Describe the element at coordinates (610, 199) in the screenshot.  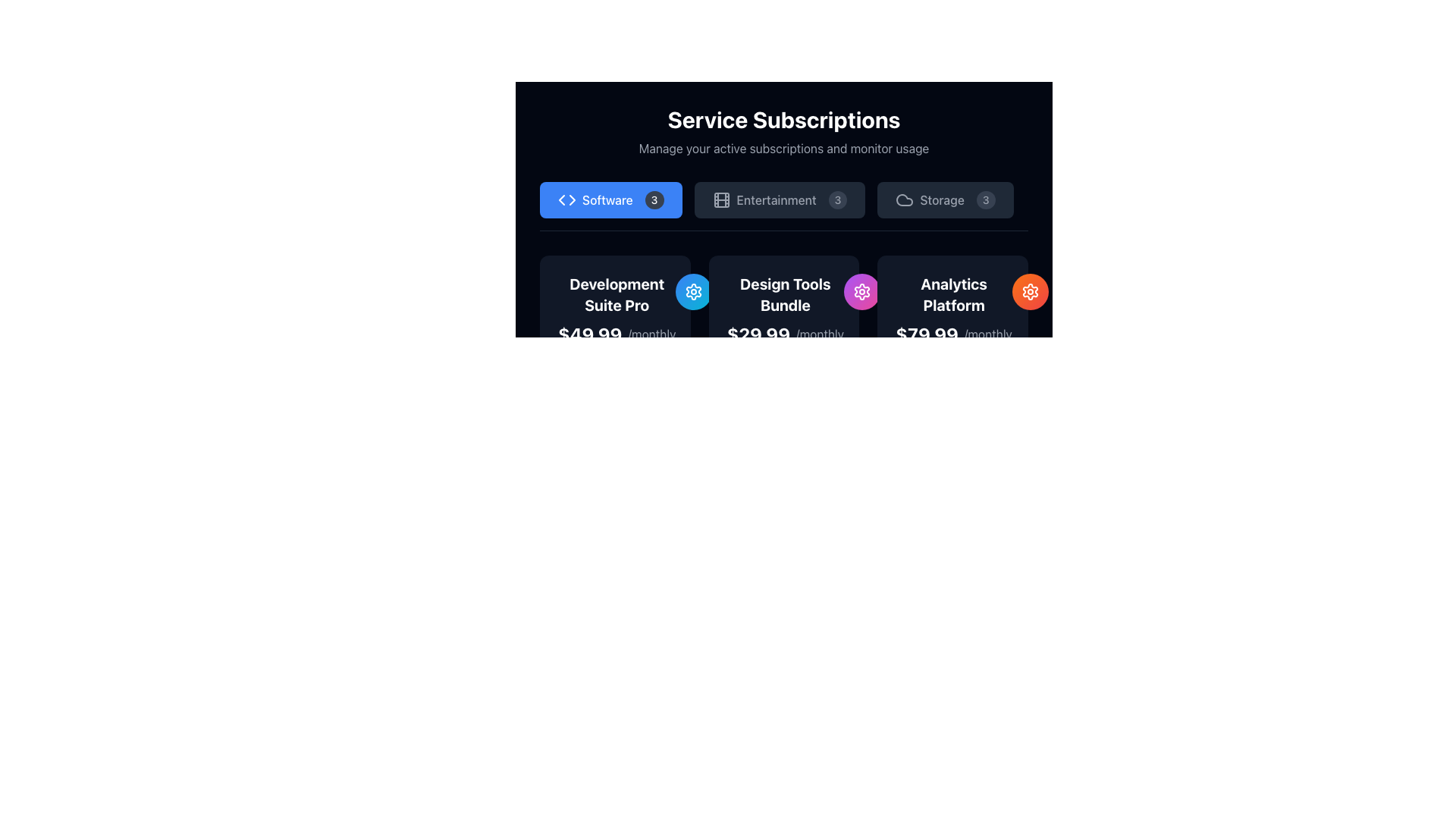
I see `the first button in the Software category for navigation` at that location.